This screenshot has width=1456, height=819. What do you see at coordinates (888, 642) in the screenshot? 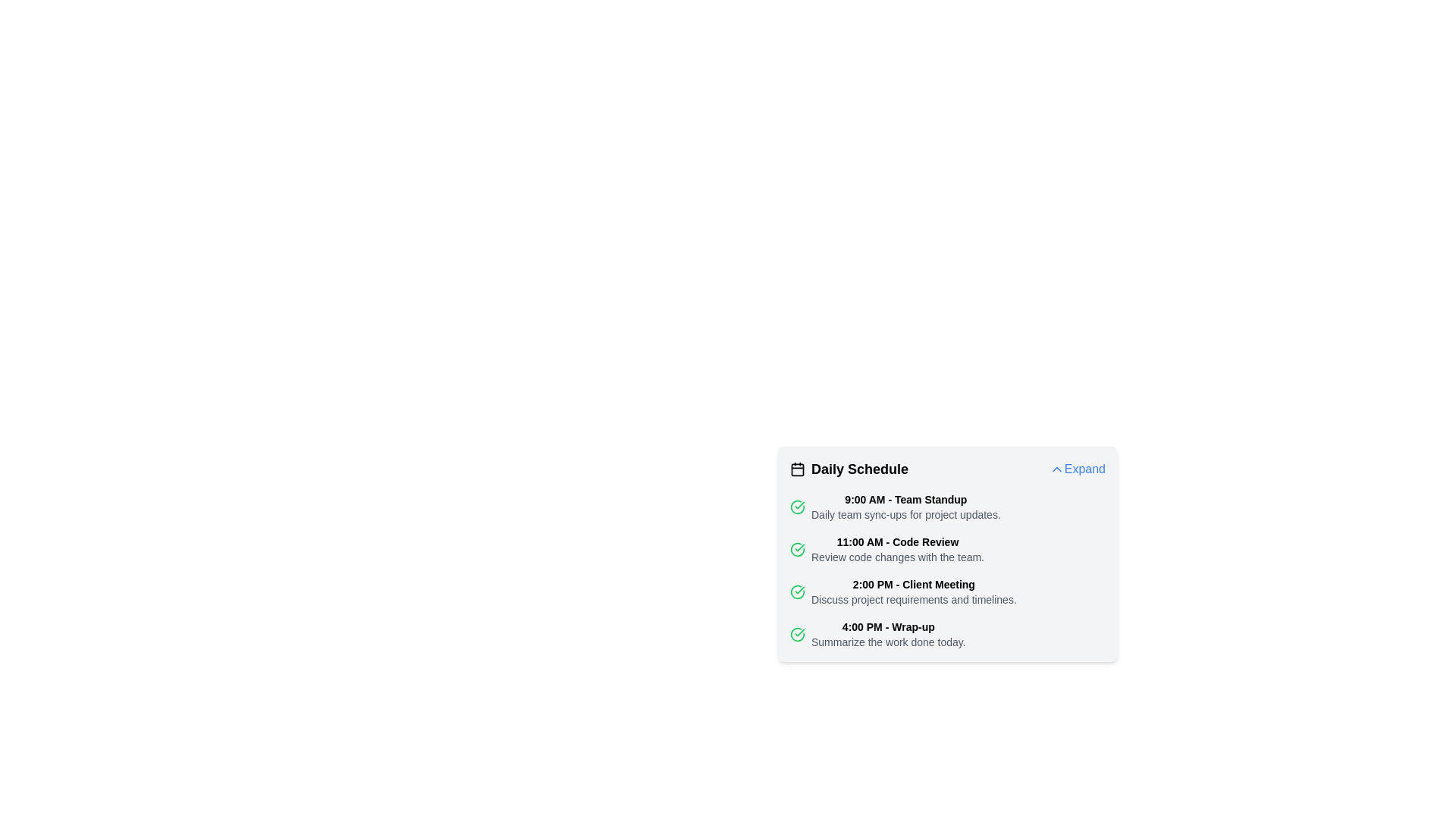
I see `the text label that says 'Summarize the work done today.', which is styled in gray and positioned under '4:00 PM - Wrap-up' in the 'Daily Schedule' section` at bounding box center [888, 642].